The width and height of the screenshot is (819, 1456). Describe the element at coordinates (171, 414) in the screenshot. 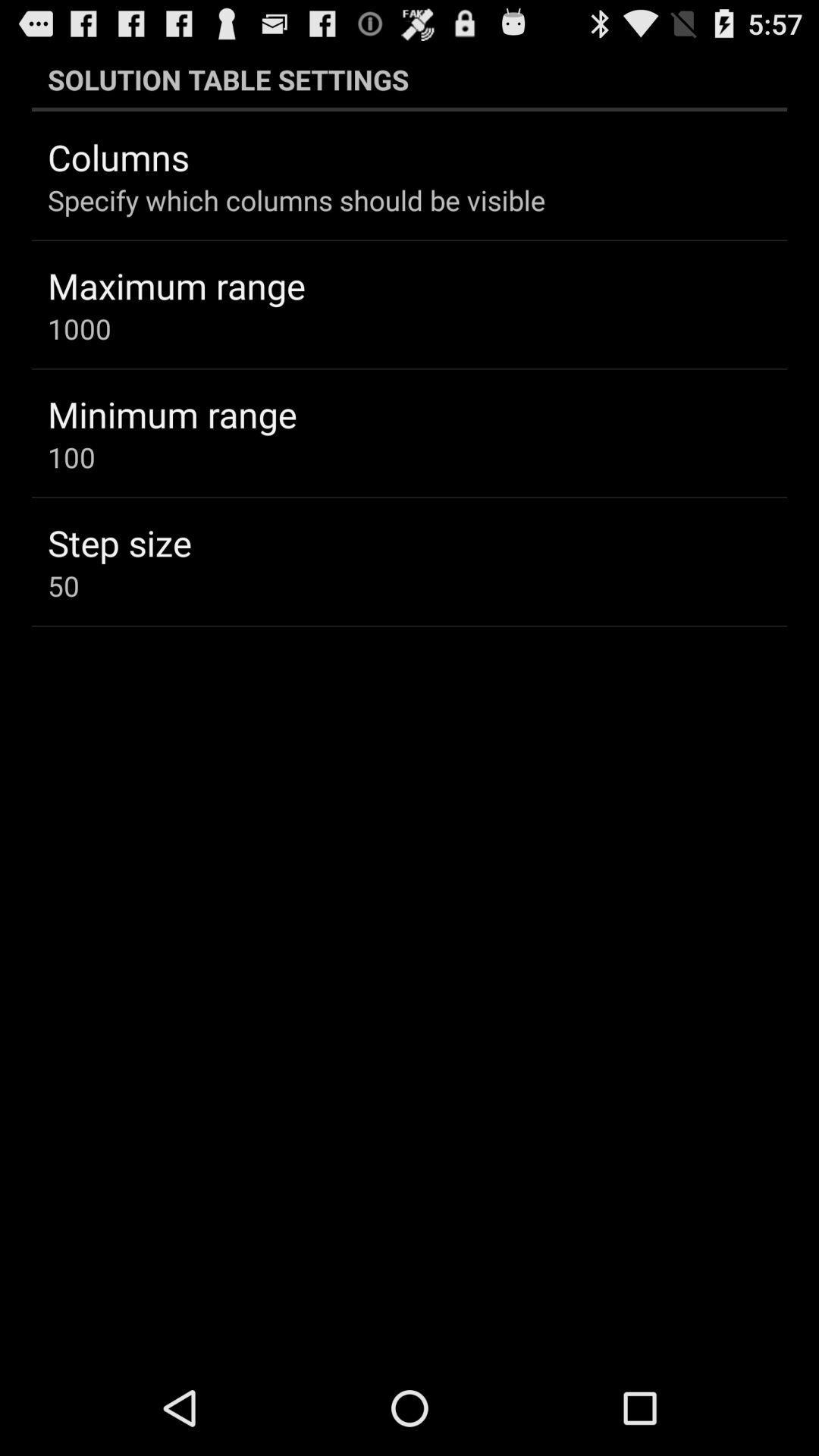

I see `the minimum range item` at that location.